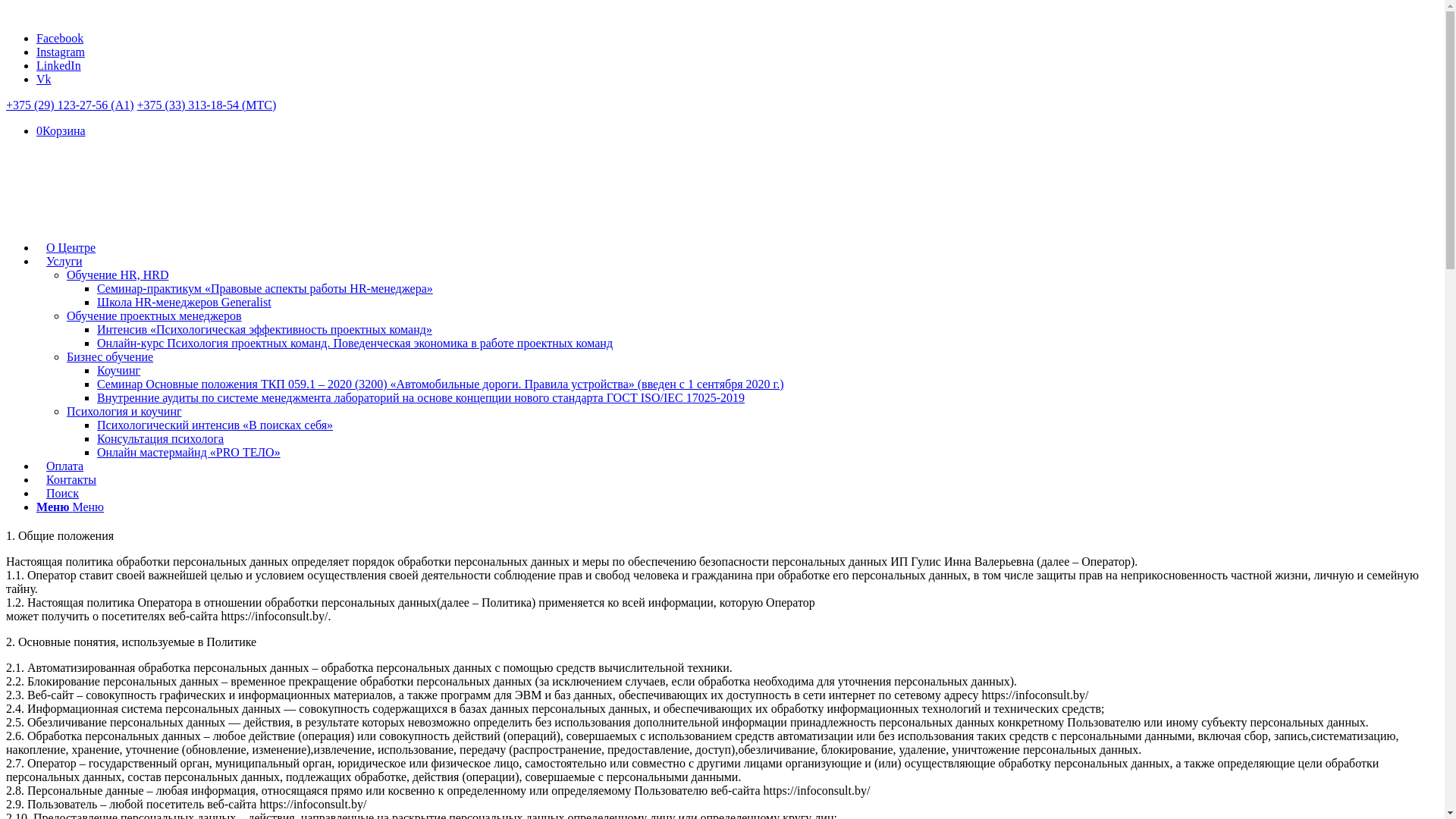 This screenshot has height=819, width=1456. Describe the element at coordinates (58, 64) in the screenshot. I see `'LinkedIn'` at that location.